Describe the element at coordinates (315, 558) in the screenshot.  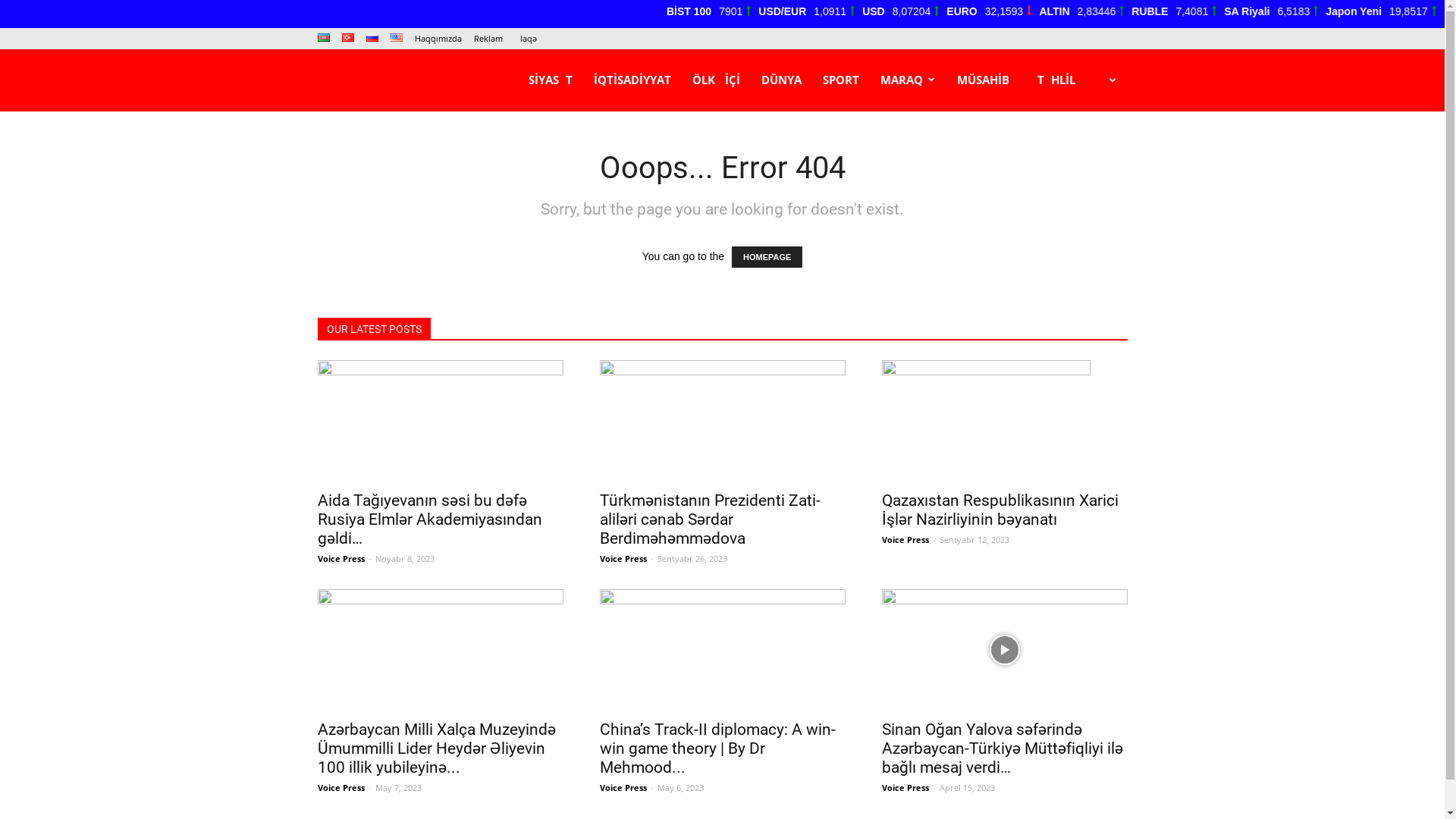
I see `'Voice Press'` at that location.